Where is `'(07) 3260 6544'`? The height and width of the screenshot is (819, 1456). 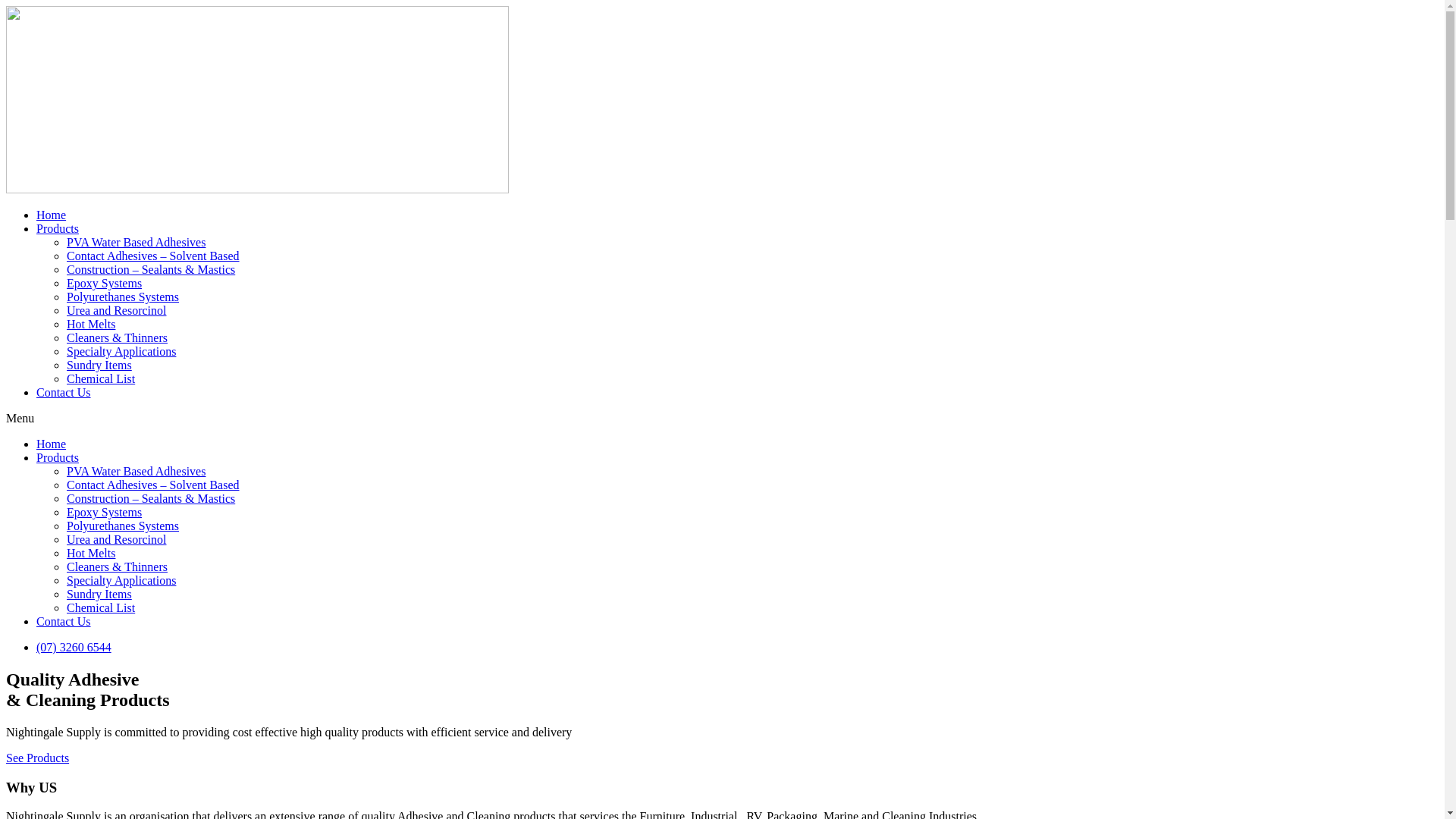
'(07) 3260 6544' is located at coordinates (73, 647).